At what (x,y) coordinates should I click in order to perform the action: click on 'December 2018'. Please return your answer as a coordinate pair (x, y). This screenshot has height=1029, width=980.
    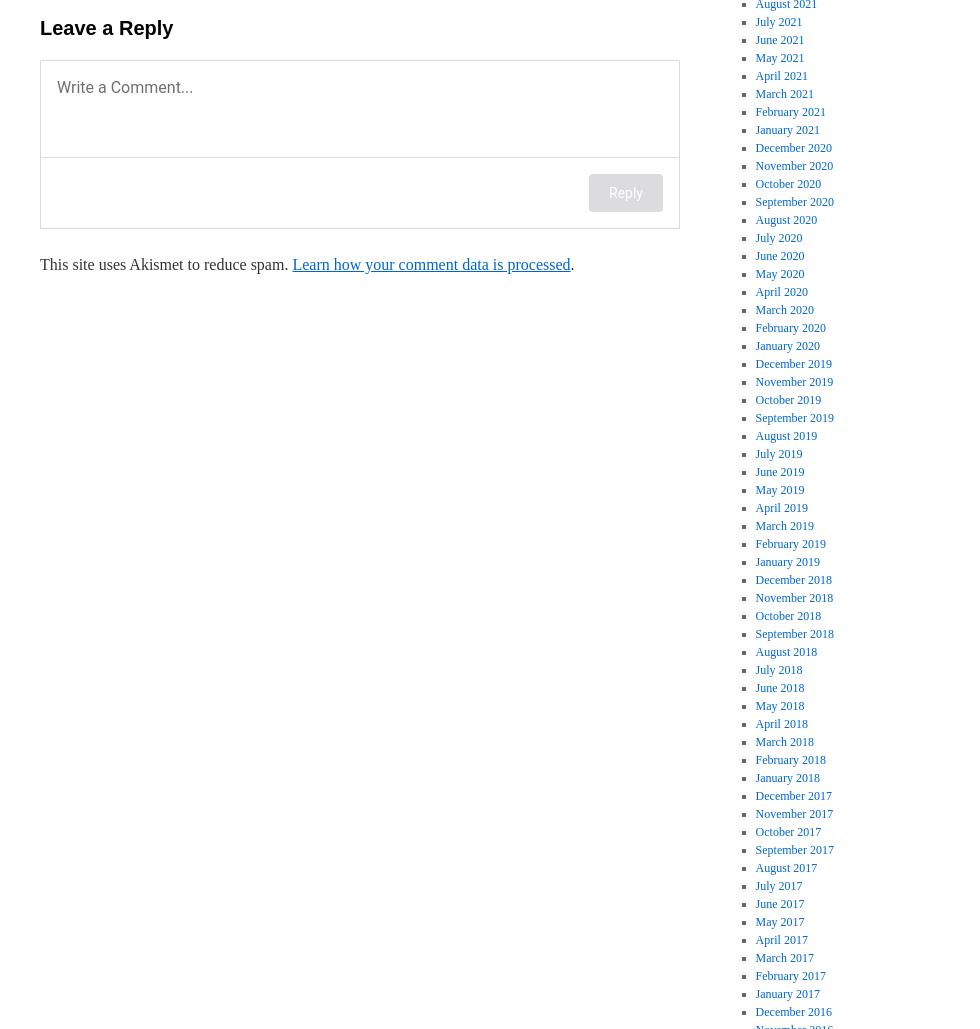
    Looking at the image, I should click on (793, 579).